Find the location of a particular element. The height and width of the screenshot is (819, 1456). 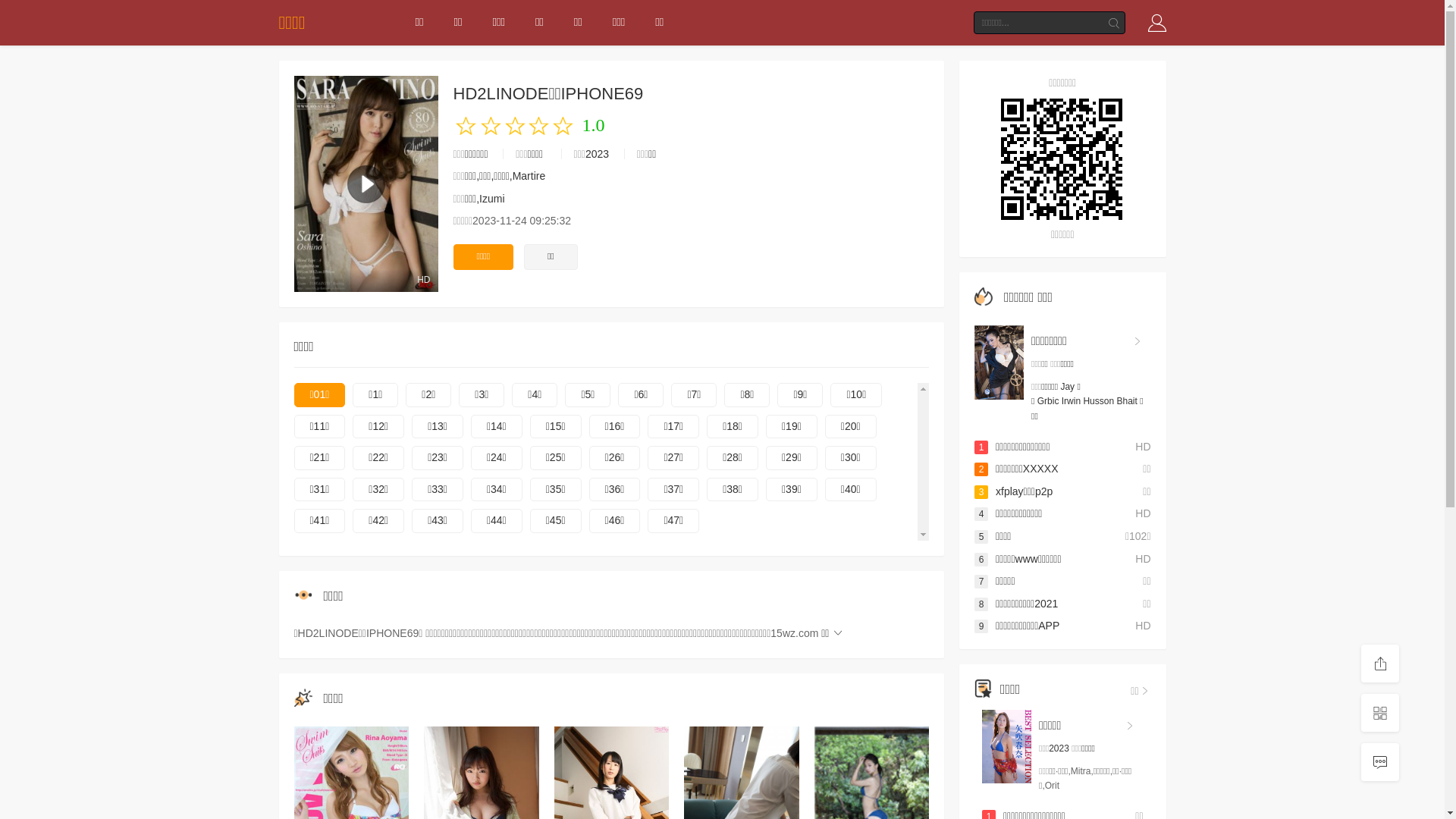

'Bhait' is located at coordinates (1126, 400).